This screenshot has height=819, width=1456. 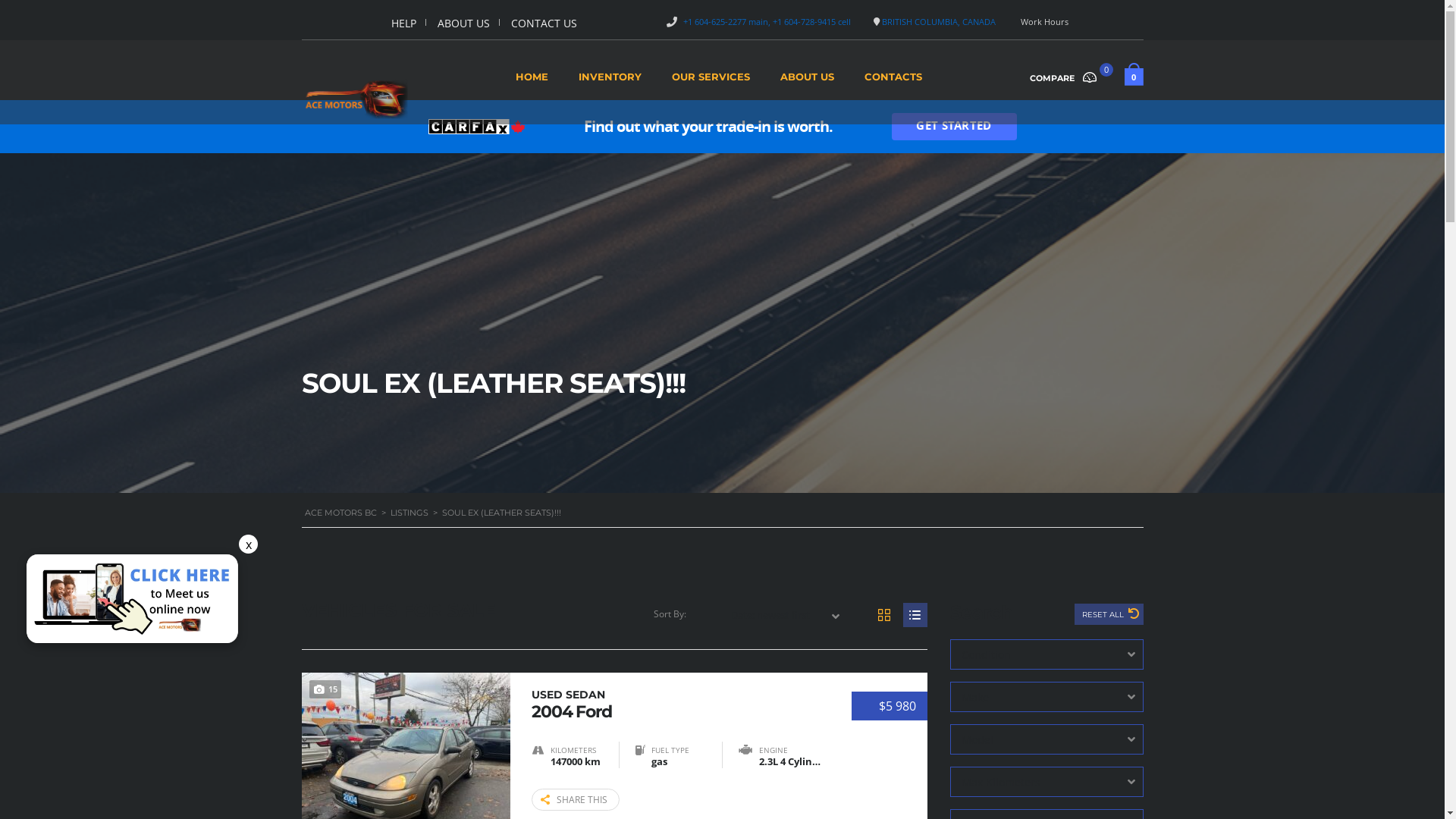 I want to click on 'OUR SERVICES', so click(x=710, y=81).